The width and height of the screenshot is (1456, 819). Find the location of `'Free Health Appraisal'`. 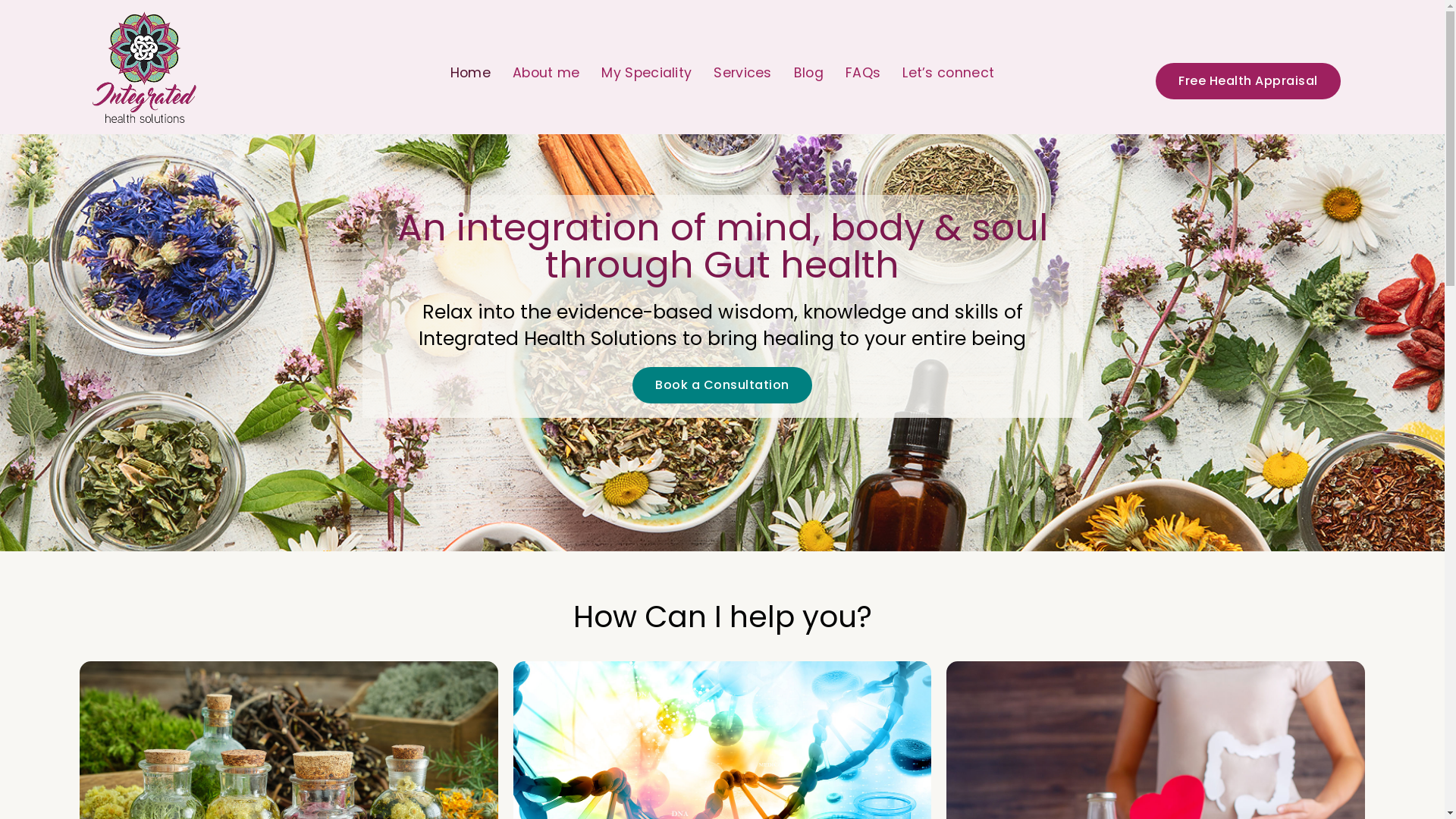

'Free Health Appraisal' is located at coordinates (1248, 81).